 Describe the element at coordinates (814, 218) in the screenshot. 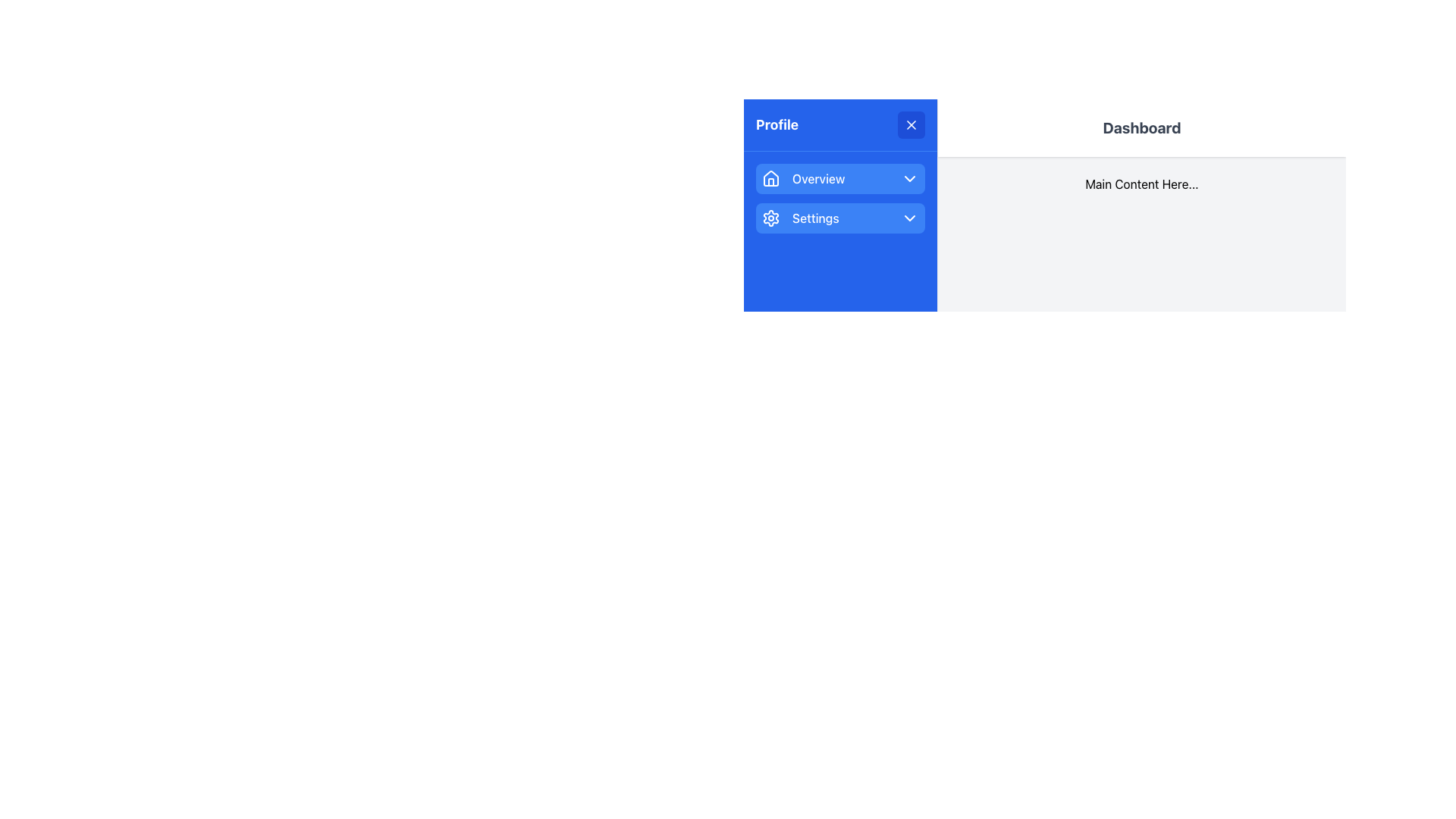

I see `the 'Settings' label element, which is a bold text label part of a vertical navigation menu under the 'Profile' section and located to the right of a cog wheel icon` at that location.